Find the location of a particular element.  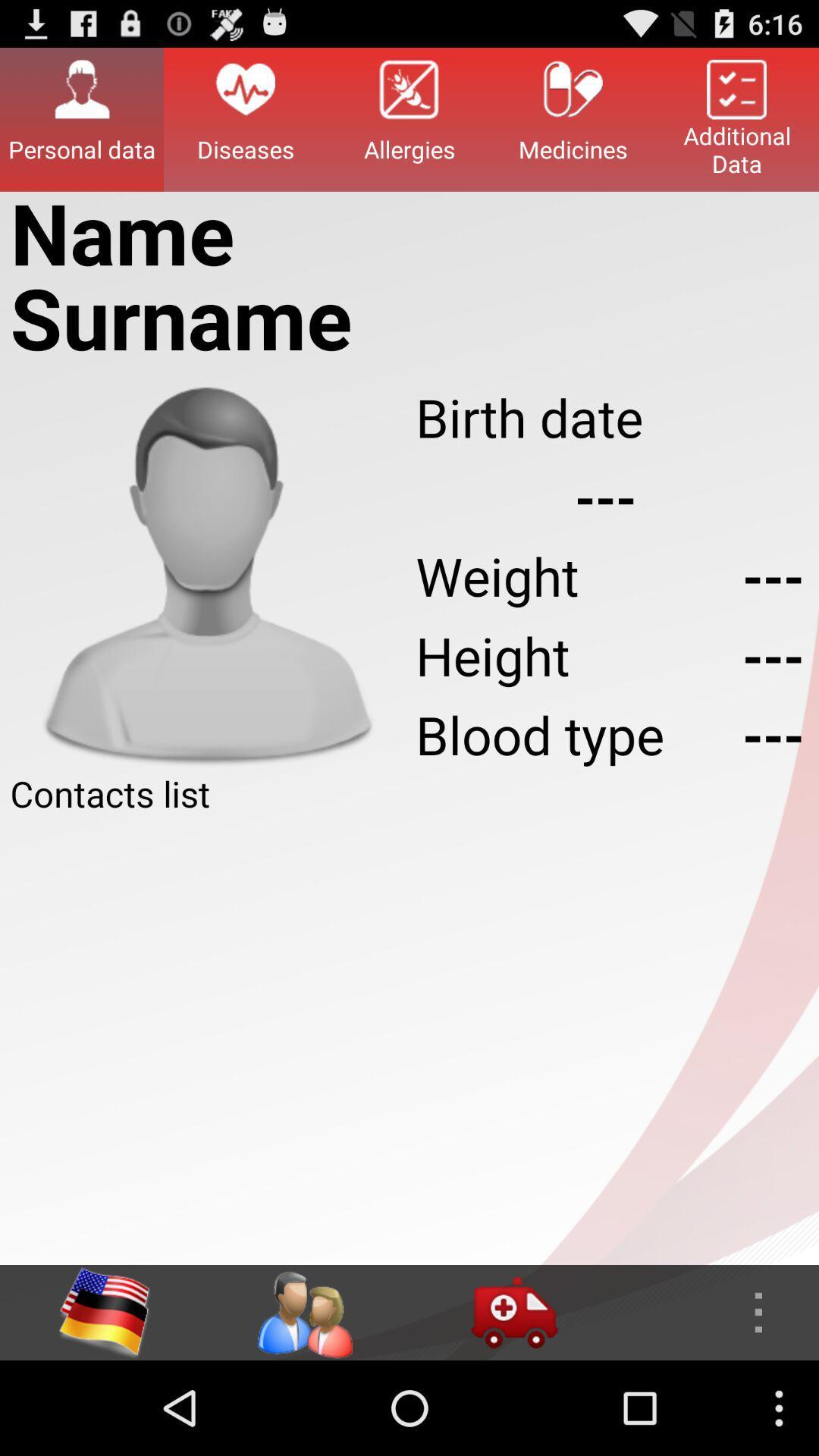

emergency button is located at coordinates (513, 1312).